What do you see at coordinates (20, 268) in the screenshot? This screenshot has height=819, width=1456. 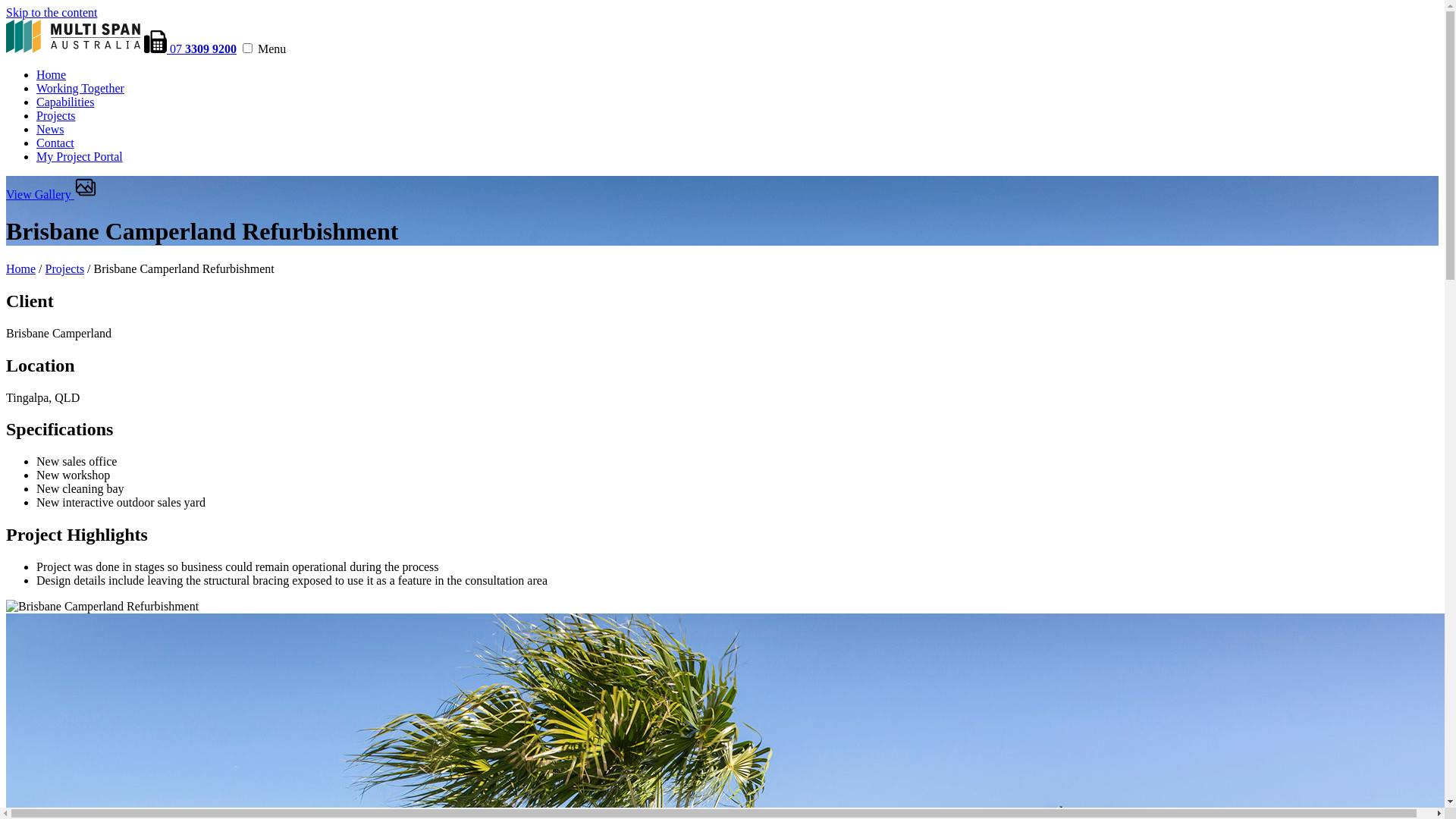 I see `'Home'` at bounding box center [20, 268].